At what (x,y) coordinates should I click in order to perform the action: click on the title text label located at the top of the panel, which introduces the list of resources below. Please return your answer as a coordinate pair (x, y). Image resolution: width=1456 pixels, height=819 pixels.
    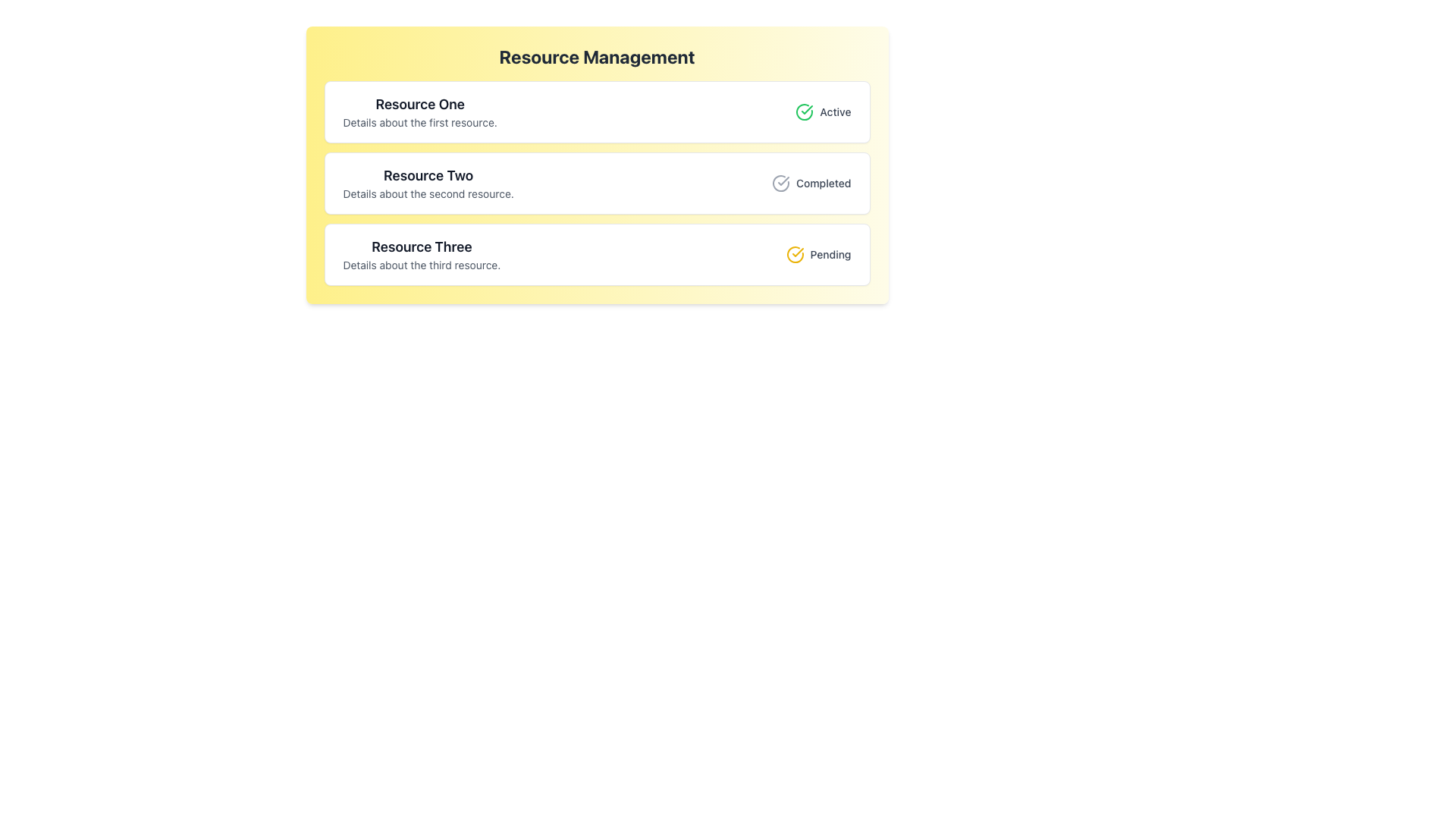
    Looking at the image, I should click on (596, 55).